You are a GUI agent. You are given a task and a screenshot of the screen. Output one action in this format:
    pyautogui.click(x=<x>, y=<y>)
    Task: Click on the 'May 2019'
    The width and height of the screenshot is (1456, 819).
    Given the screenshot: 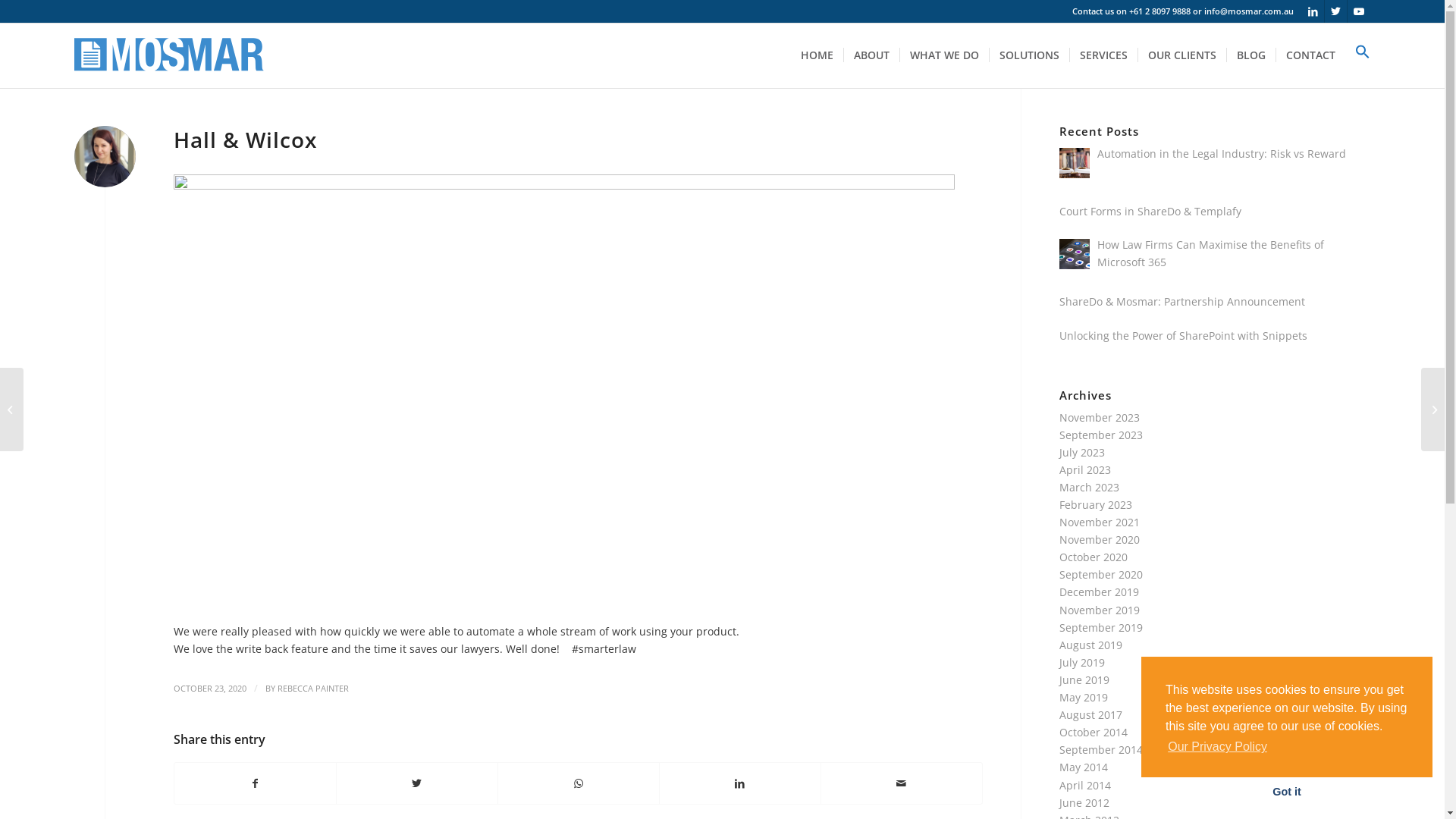 What is the action you would take?
    pyautogui.click(x=1083, y=697)
    